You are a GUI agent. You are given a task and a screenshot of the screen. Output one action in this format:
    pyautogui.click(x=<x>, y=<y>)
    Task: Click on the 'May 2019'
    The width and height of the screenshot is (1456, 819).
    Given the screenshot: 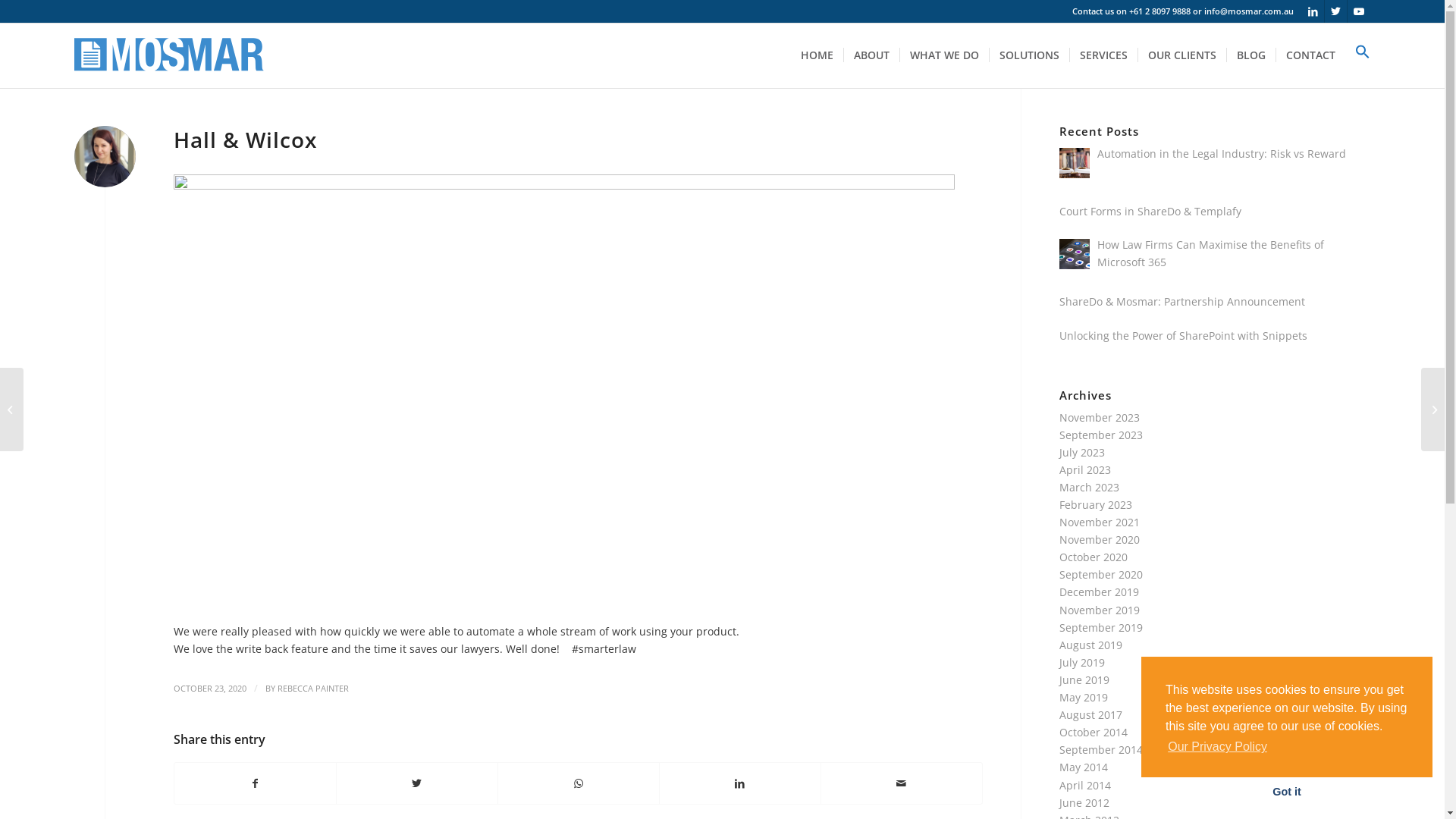 What is the action you would take?
    pyautogui.click(x=1083, y=697)
    